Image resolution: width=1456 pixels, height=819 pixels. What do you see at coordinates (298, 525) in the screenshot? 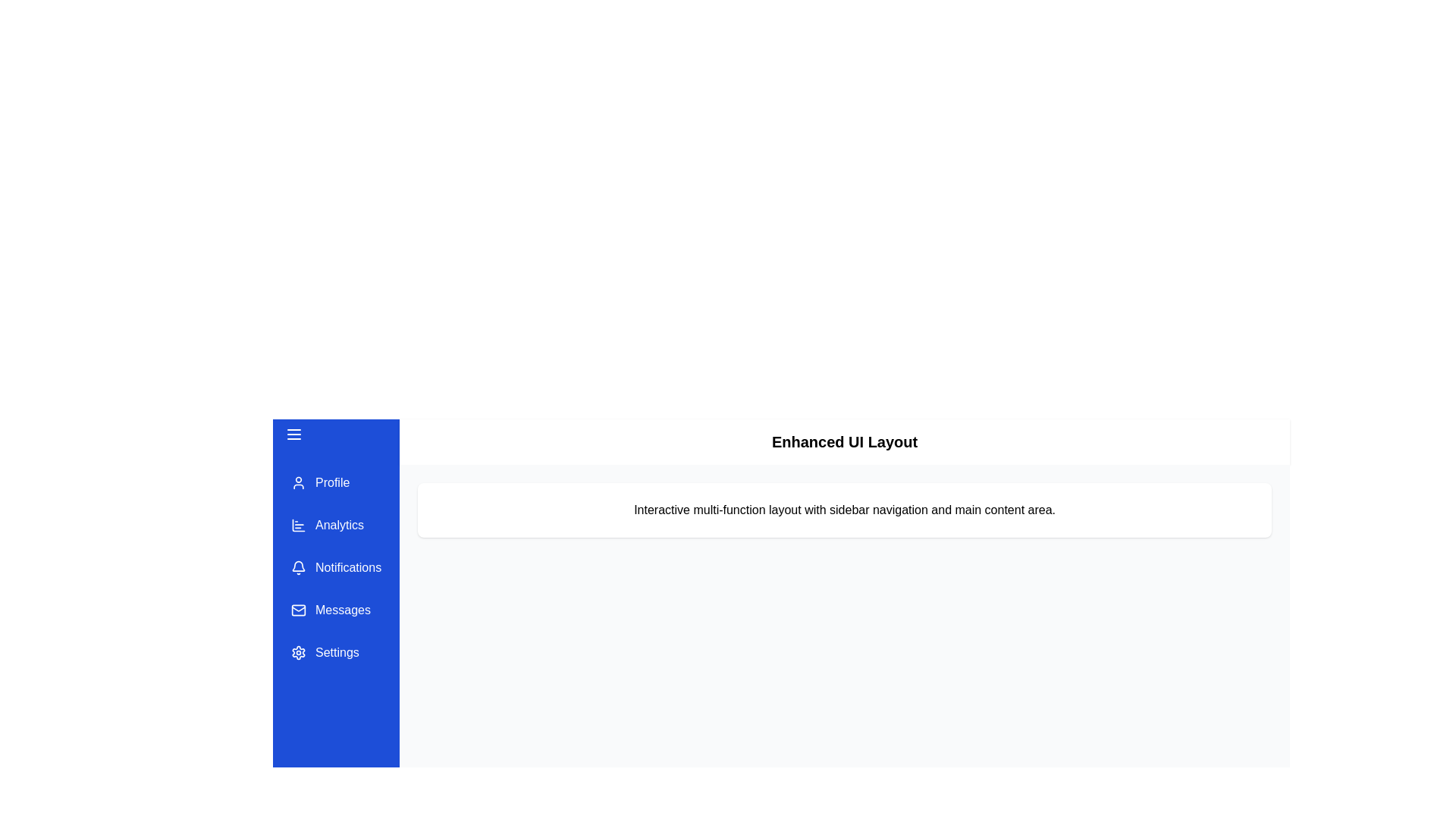
I see `the chart-related icon located in the sidebar next to the 'Analytics' label` at bounding box center [298, 525].